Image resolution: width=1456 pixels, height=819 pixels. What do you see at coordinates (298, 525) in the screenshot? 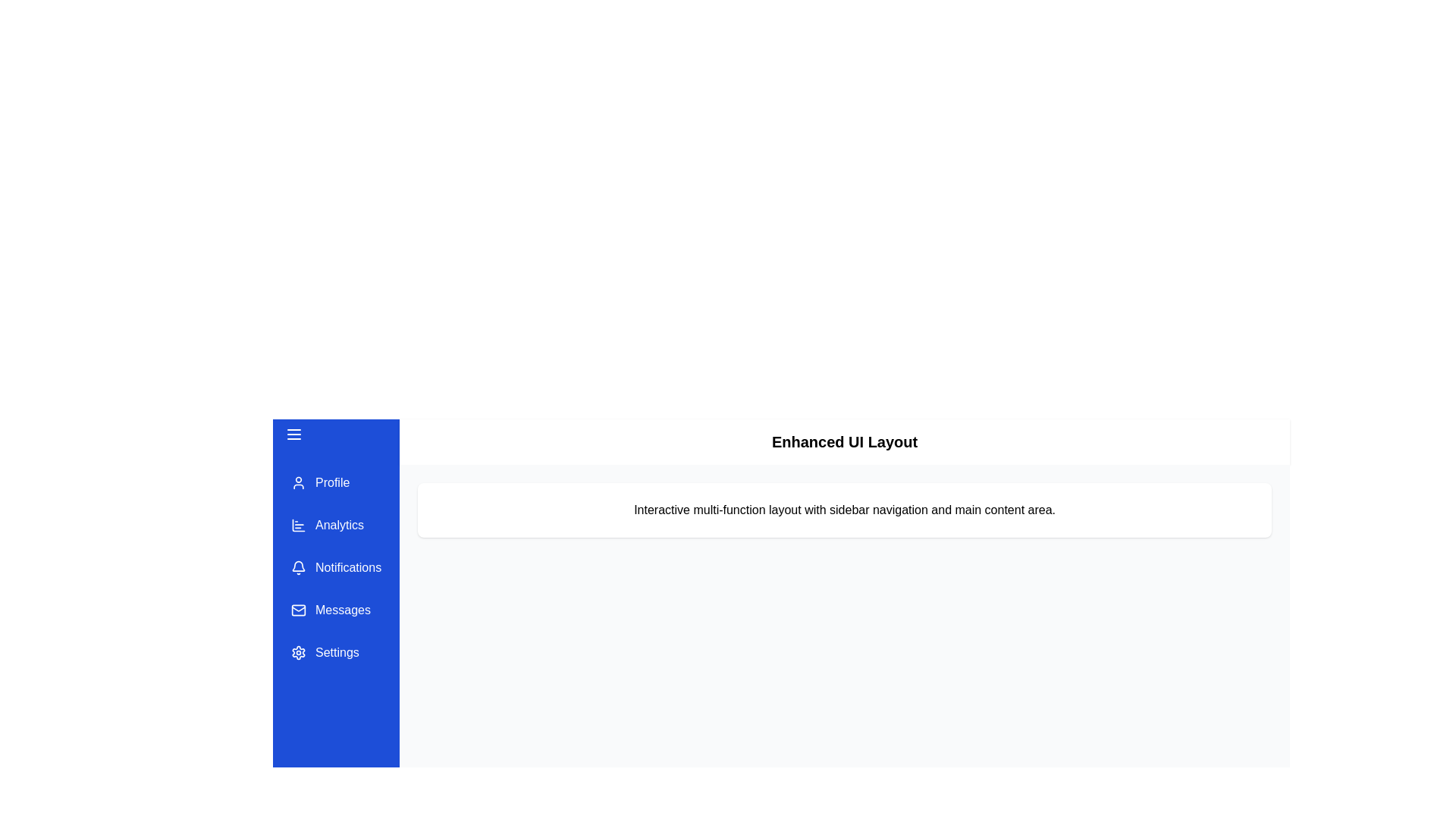
I see `the chart-related icon located in the sidebar next to the 'Analytics' label` at bounding box center [298, 525].